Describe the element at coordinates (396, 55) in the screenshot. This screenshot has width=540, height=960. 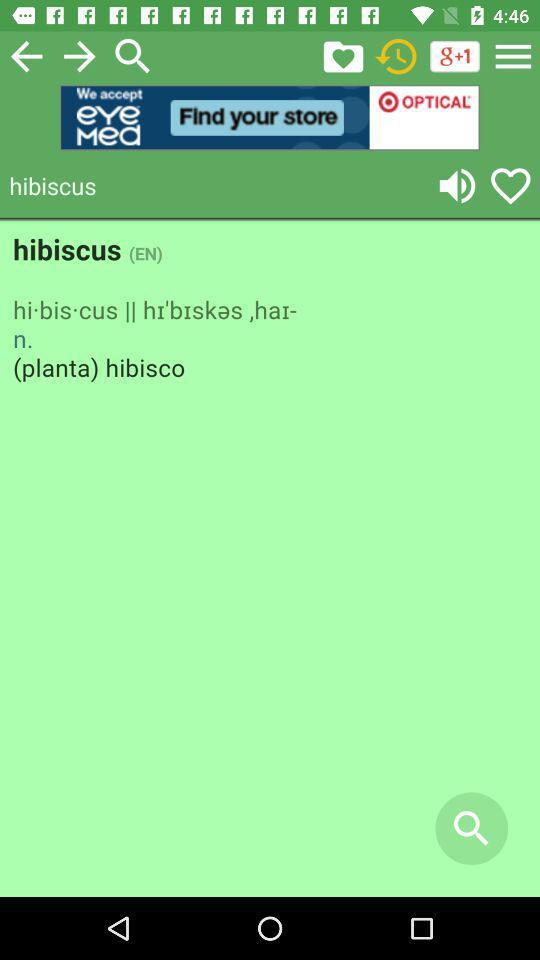
I see `set time of option` at that location.